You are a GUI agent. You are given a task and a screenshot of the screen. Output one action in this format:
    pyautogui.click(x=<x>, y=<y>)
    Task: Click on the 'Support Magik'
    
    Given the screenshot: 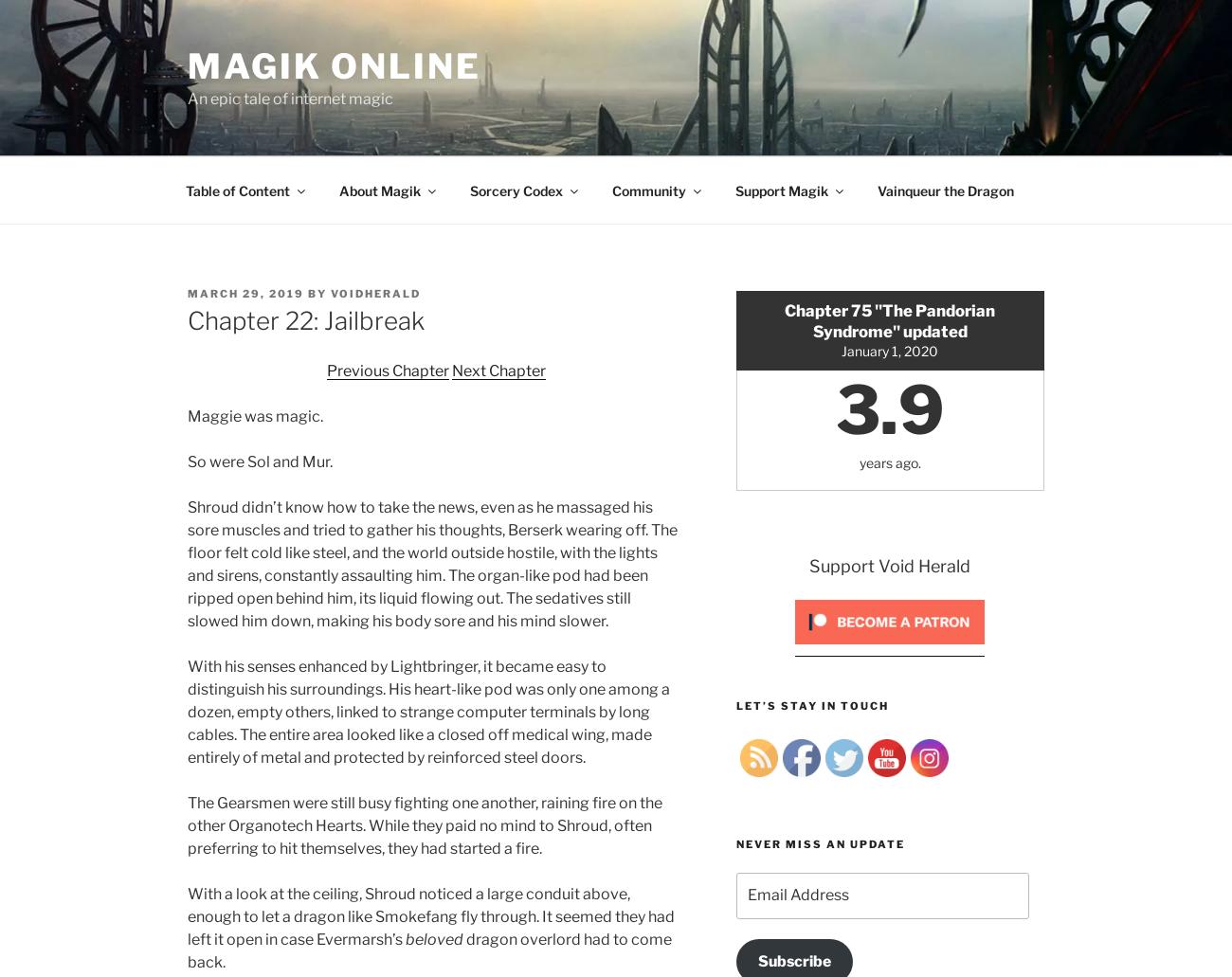 What is the action you would take?
    pyautogui.click(x=780, y=189)
    